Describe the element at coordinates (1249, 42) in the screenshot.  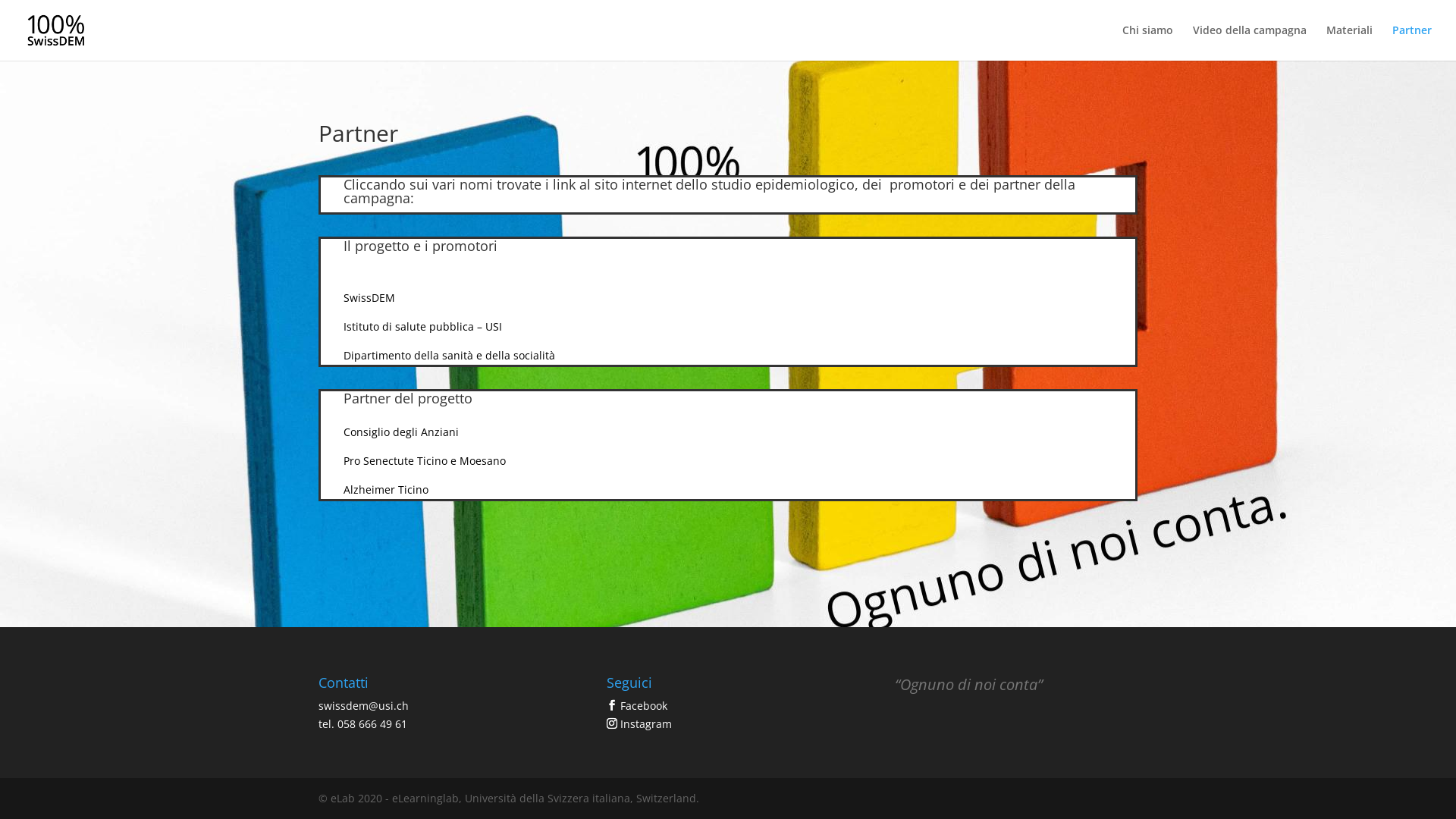
I see `'Video della campagna'` at that location.